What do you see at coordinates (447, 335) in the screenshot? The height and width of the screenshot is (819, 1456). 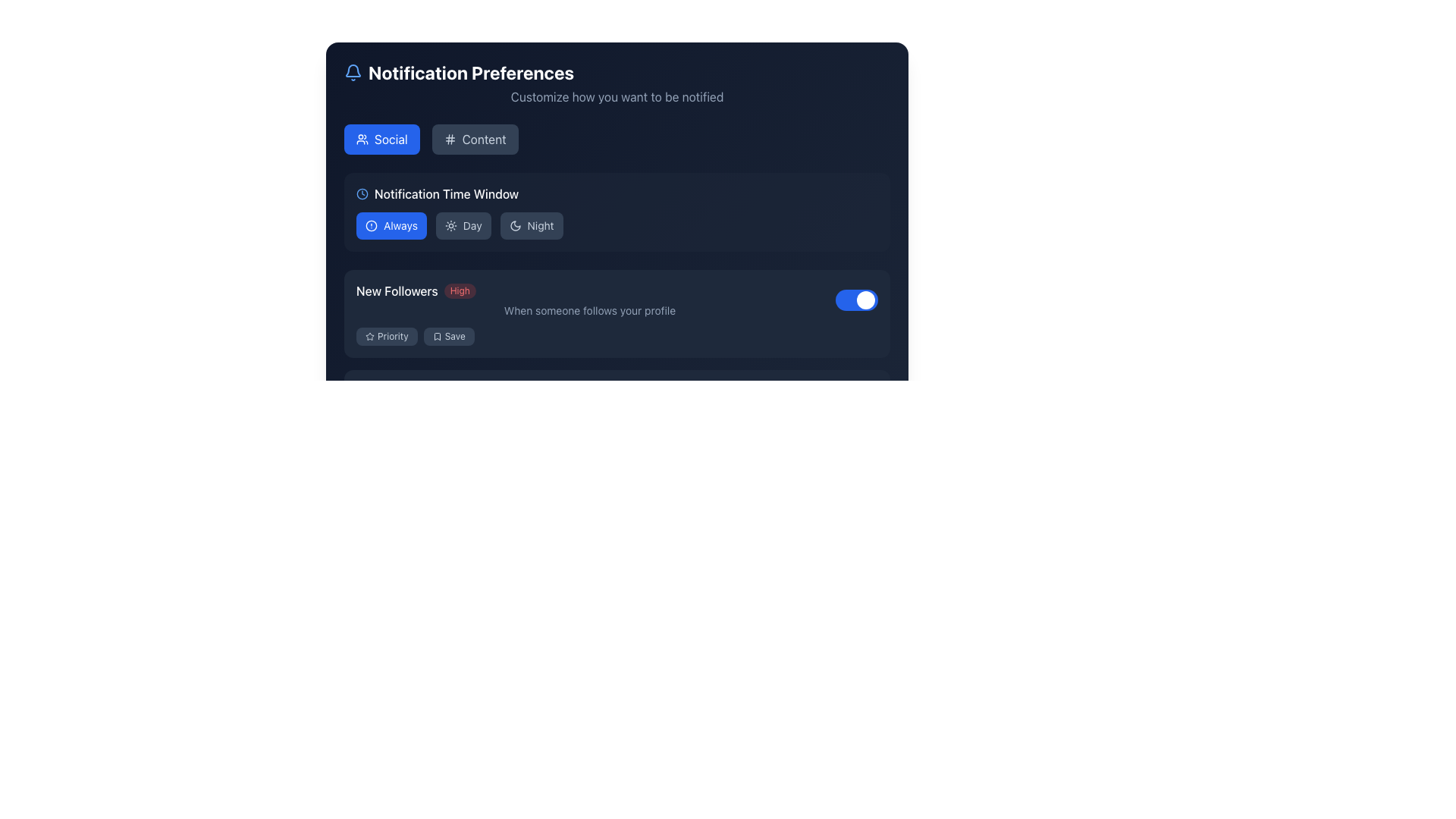 I see `the 'Save' button with a bookmark icon located next to the 'Priority' button in the 'New Followers' section` at bounding box center [447, 335].